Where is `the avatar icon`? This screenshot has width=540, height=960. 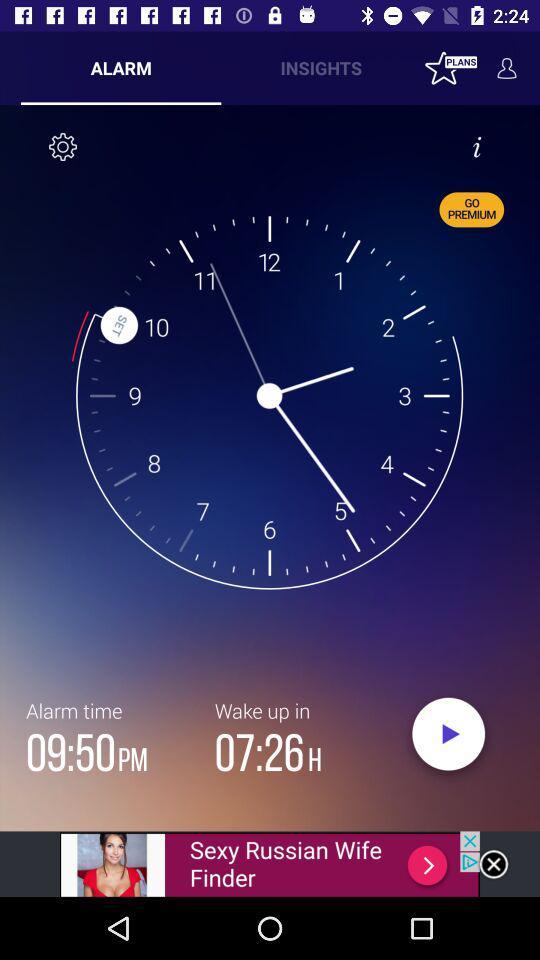
the avatar icon is located at coordinates (507, 68).